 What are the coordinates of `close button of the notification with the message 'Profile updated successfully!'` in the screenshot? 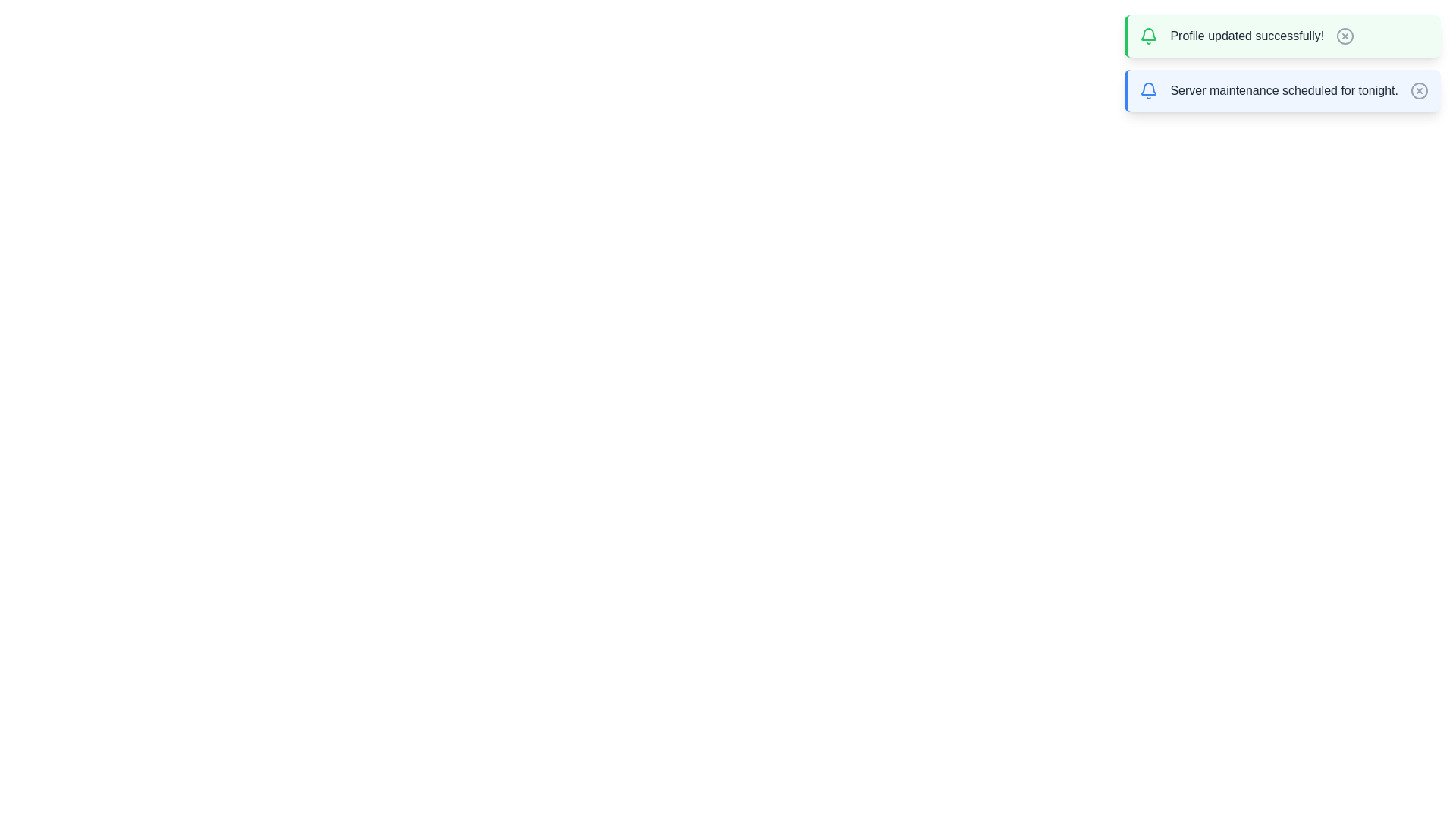 It's located at (1345, 35).